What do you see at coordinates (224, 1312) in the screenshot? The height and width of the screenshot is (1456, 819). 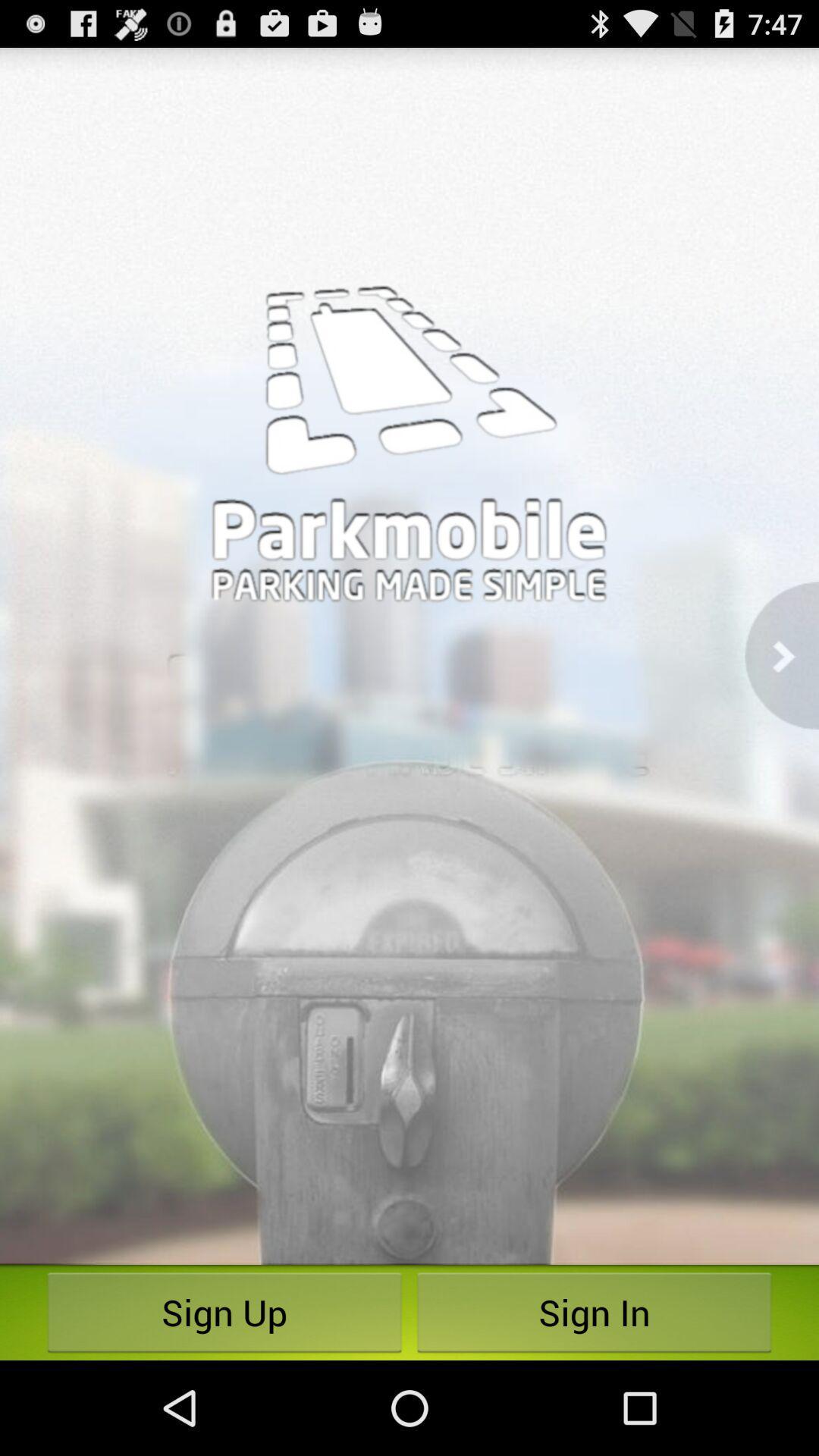 I see `item to the left of the sign in icon` at bounding box center [224, 1312].